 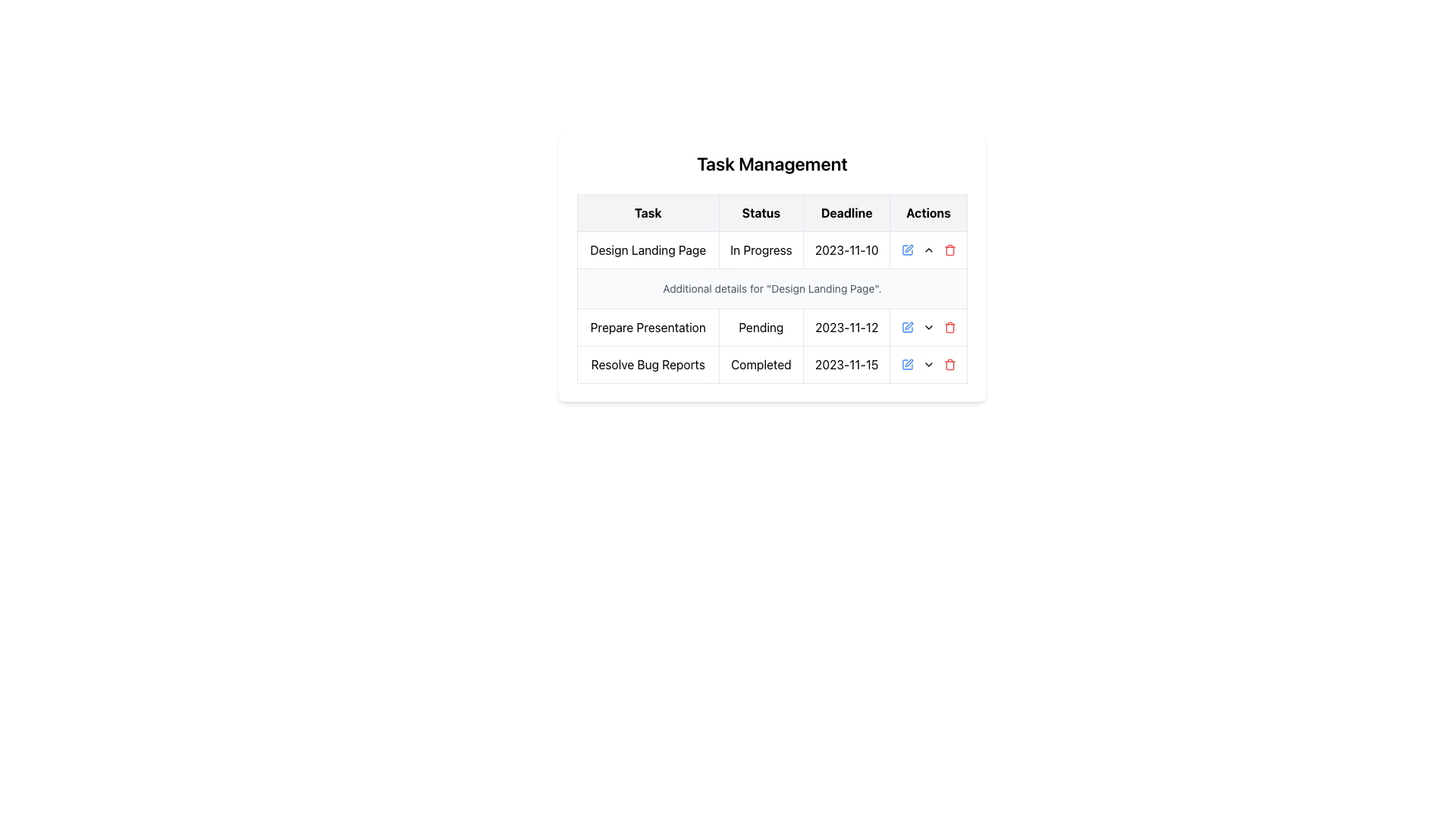 What do you see at coordinates (908, 325) in the screenshot?
I see `the editing icon located in the 'Actions' column of the second row of the task table` at bounding box center [908, 325].